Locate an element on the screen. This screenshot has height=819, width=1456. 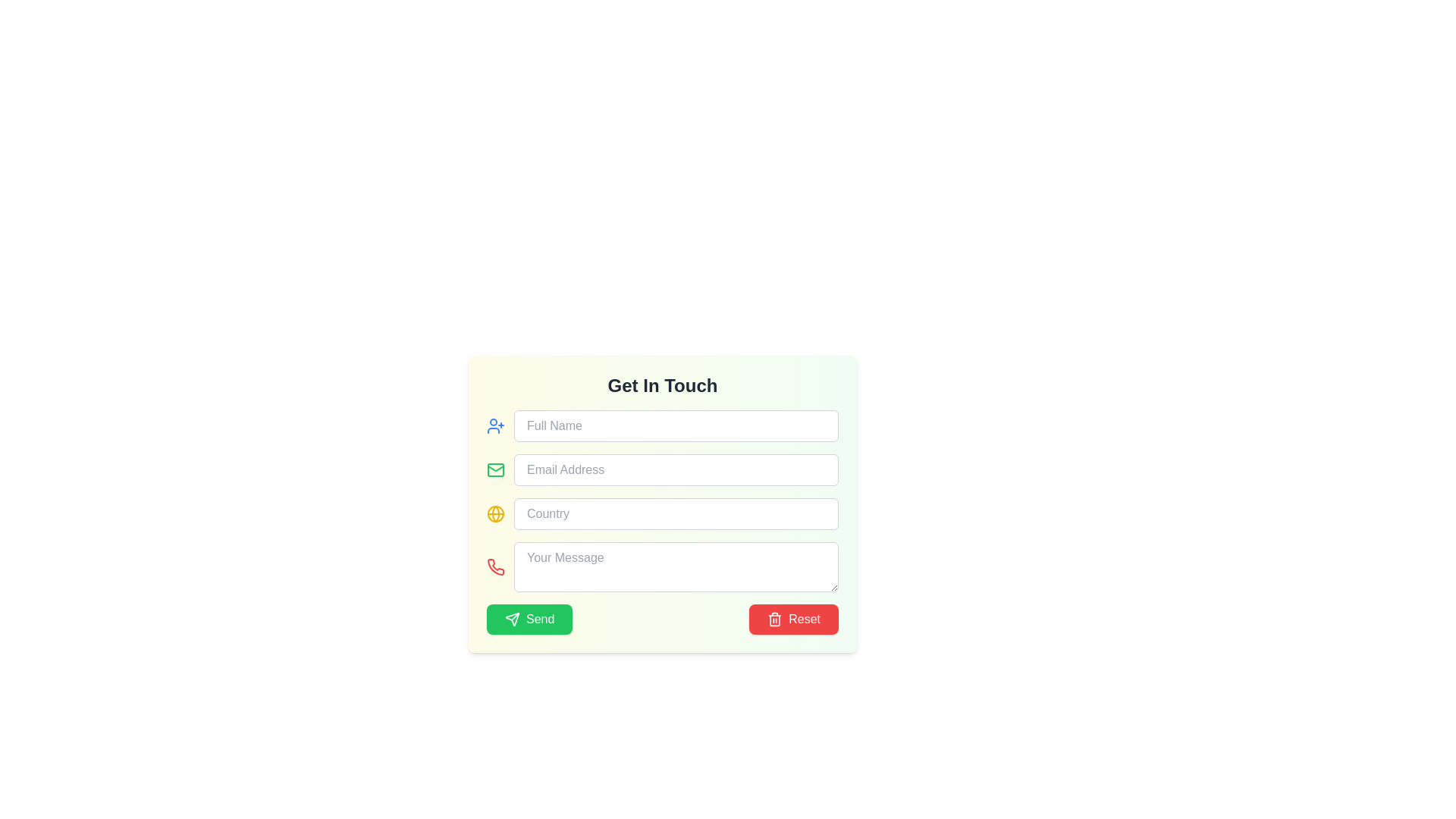
the icon that visually indicates the 'Send' action, located on the left side of the green 'Send' button near the bottom left of the form is located at coordinates (513, 620).